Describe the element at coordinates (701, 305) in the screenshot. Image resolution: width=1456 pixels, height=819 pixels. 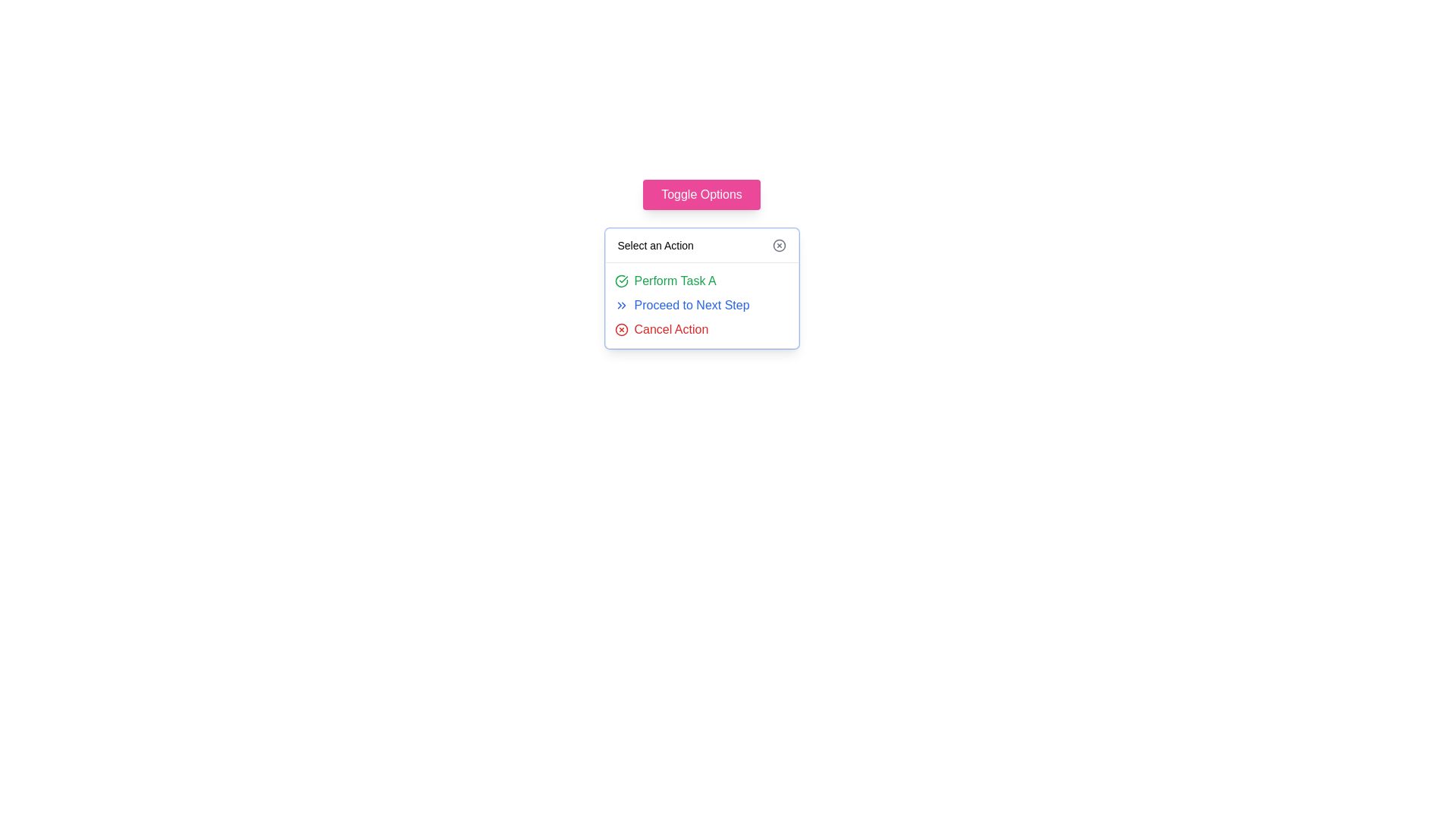
I see `the middle hyperlink with an embedded icon in the vertical list to potentially reveal a tooltip or underline effect` at that location.